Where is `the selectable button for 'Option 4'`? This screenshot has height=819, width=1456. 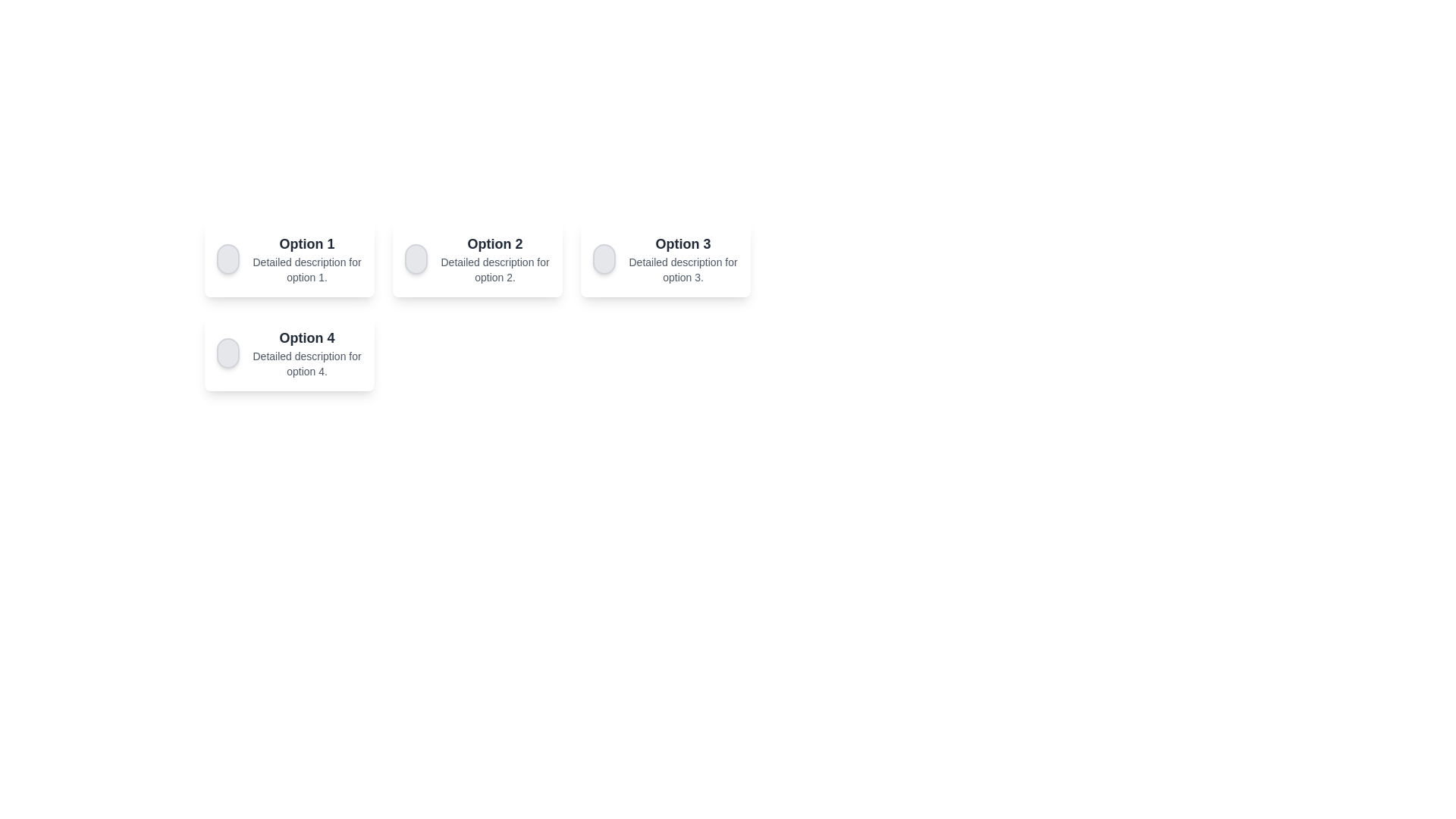
the selectable button for 'Option 4' is located at coordinates (227, 353).